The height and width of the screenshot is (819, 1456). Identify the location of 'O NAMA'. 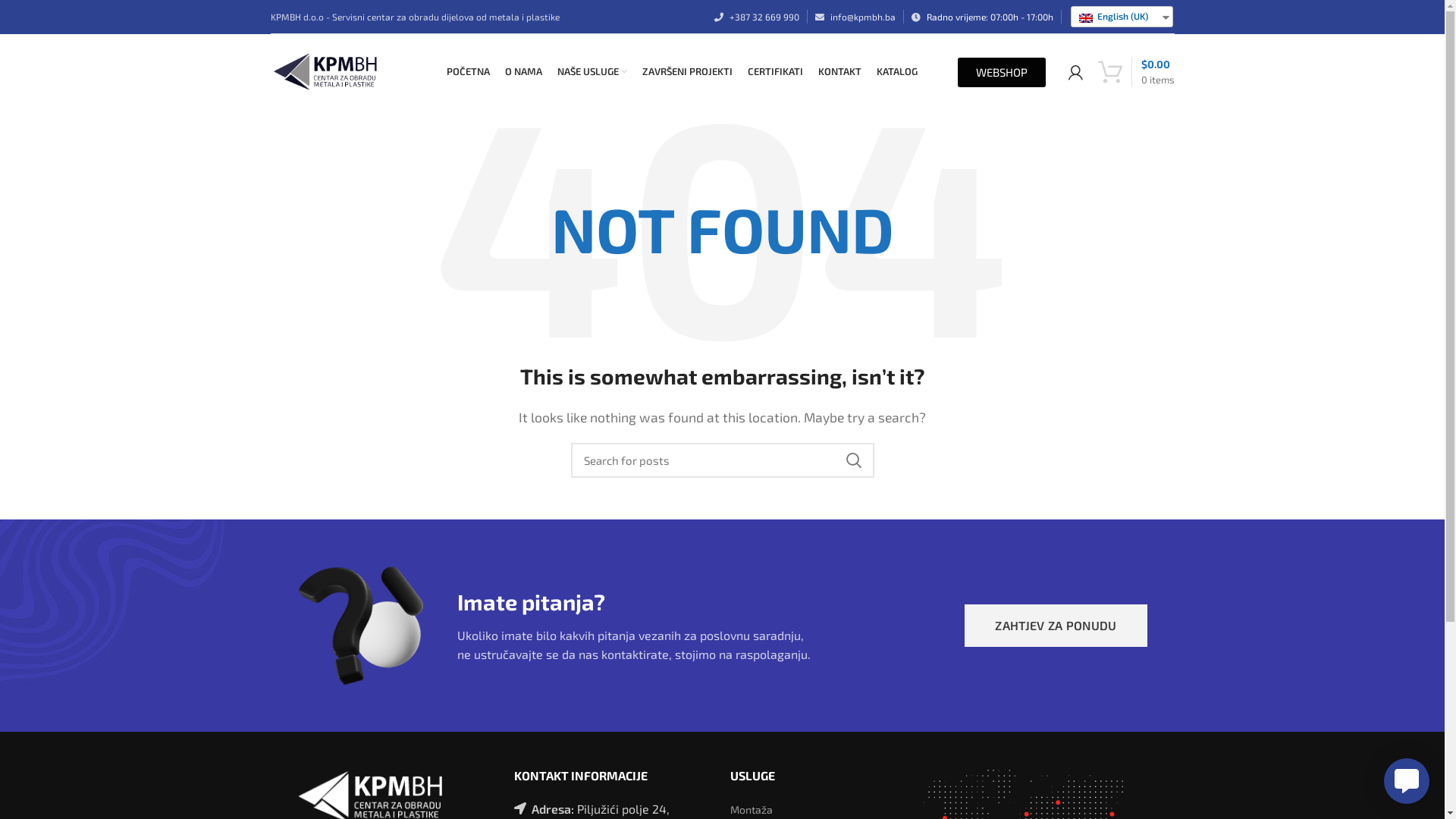
(497, 72).